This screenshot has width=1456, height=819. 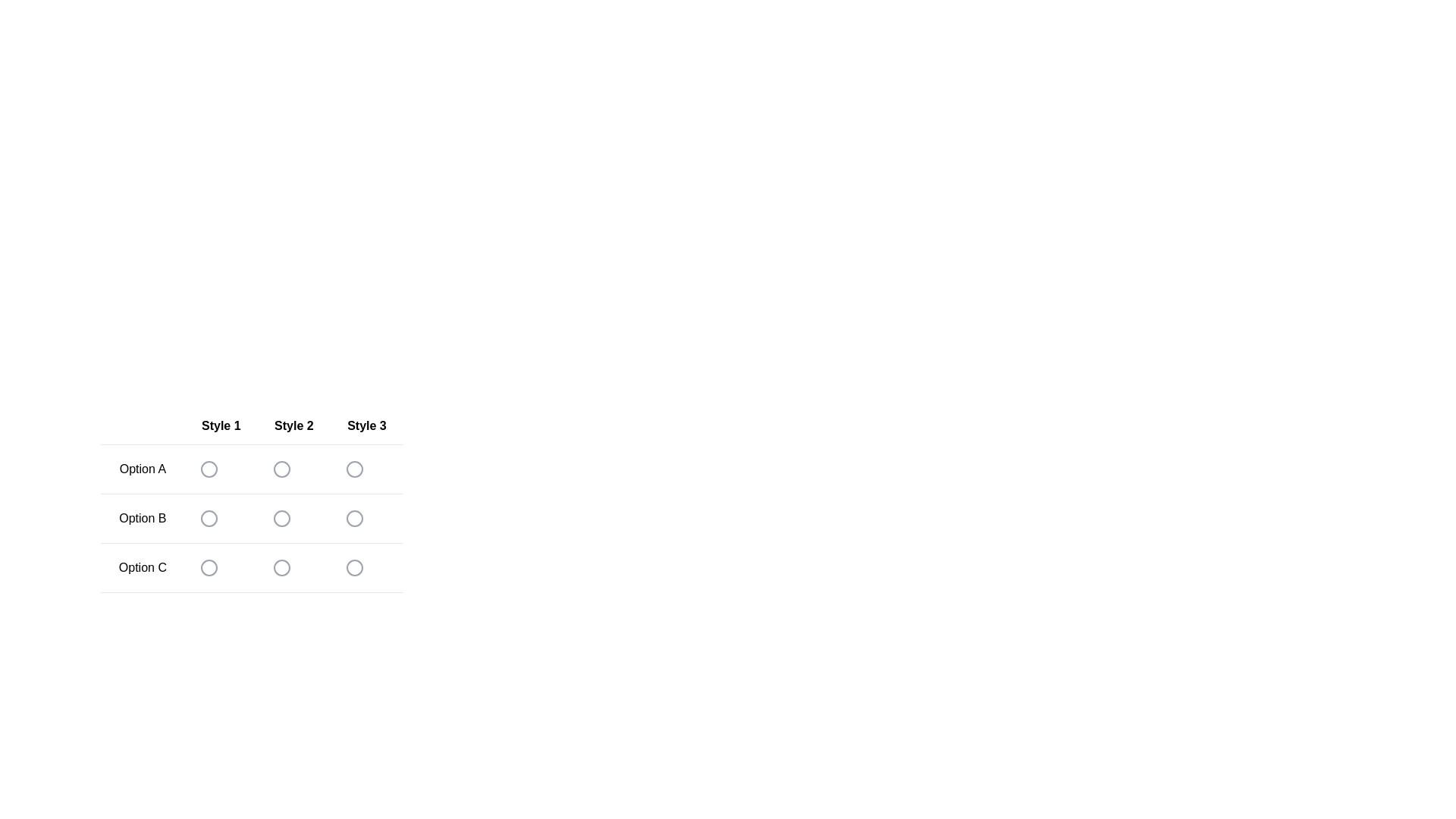 I want to click on the radio button located in the first row under the column labeled 'Style 2', so click(x=281, y=468).